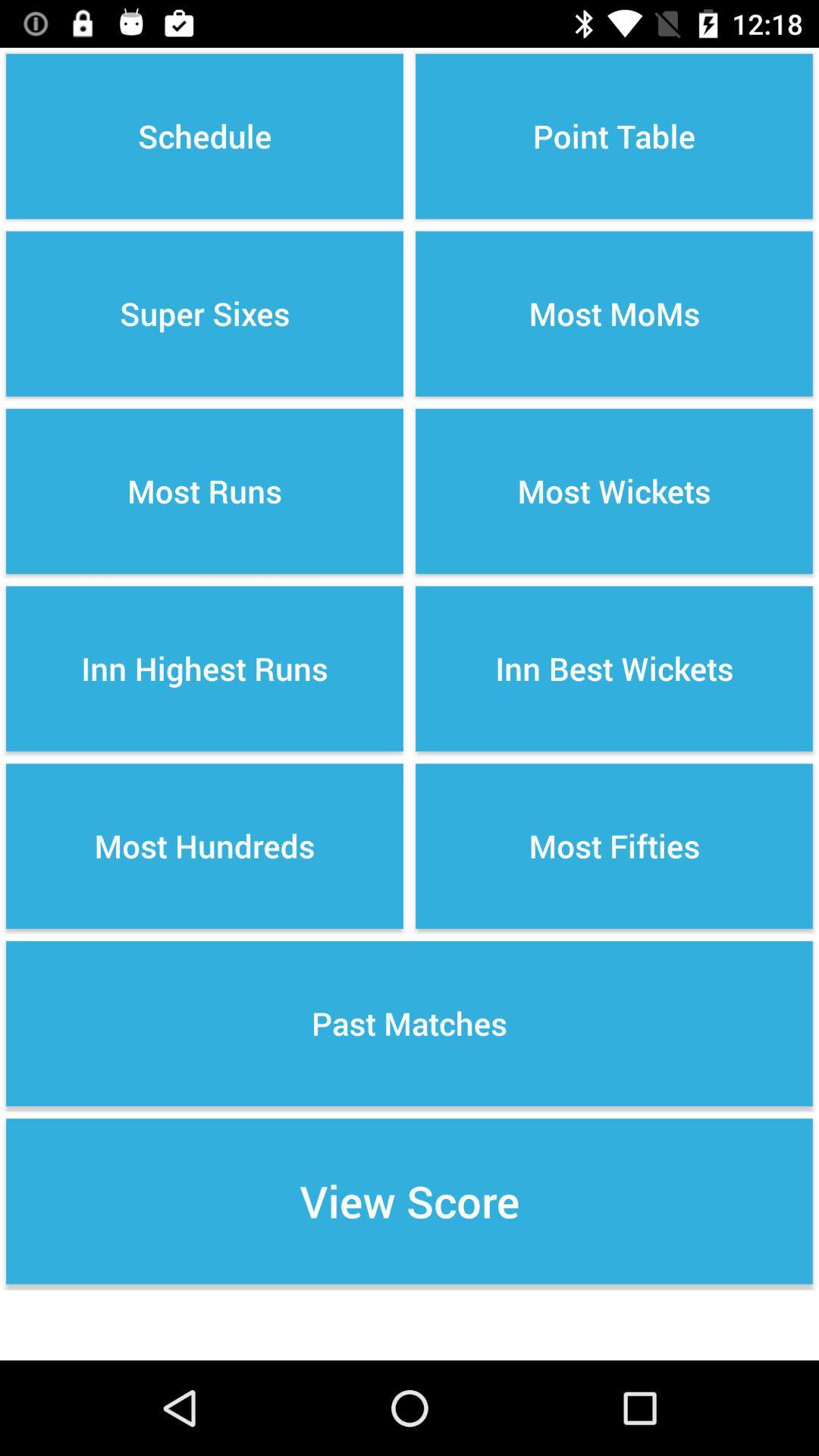  I want to click on button to the left of the point table button, so click(205, 136).